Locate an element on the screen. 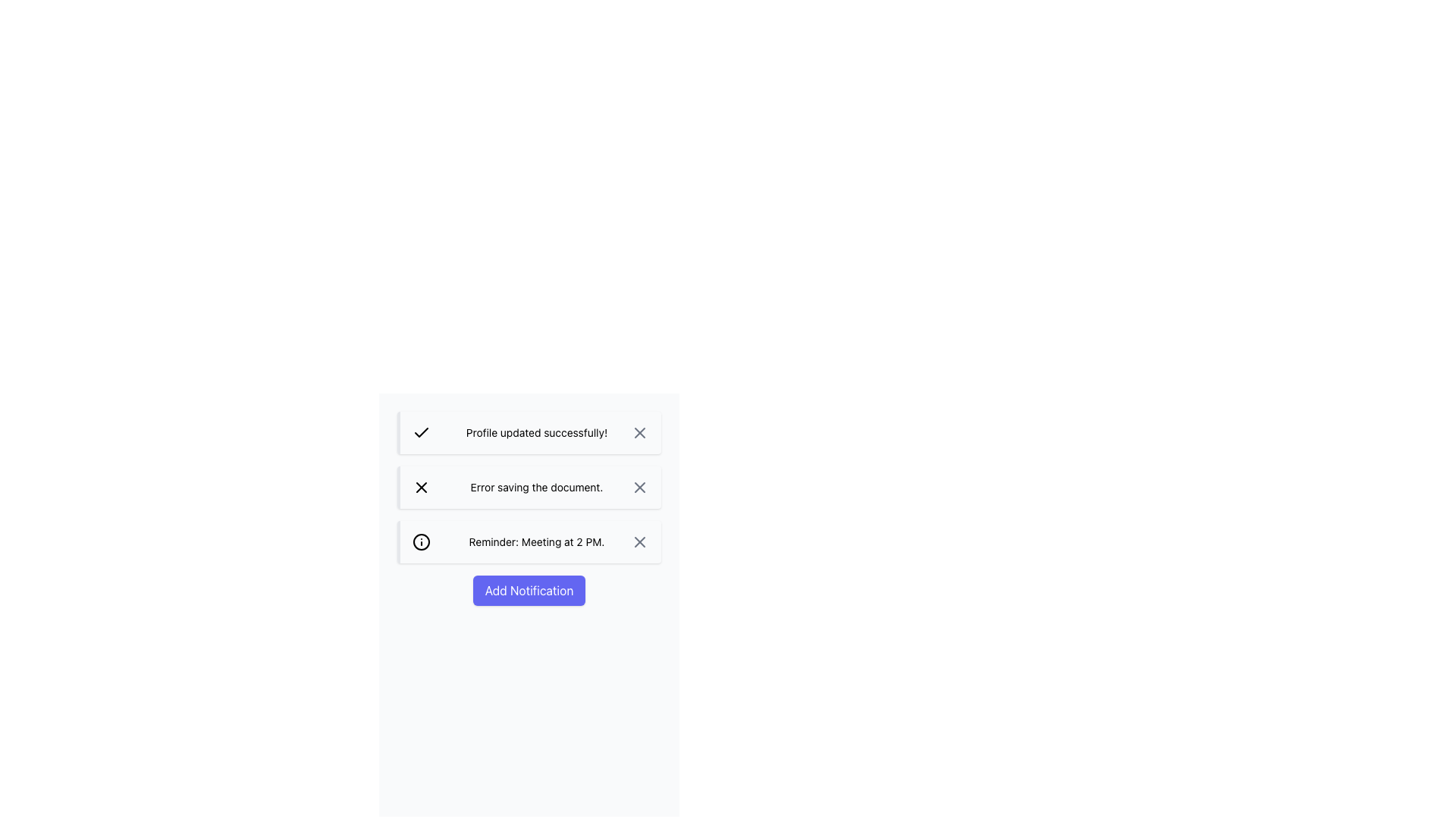 The image size is (1456, 819). the Notification block that reminds the user about a meeting at 2 PM, which is located between the 'Error saving the document.' notification and the 'Add Notification' button is located at coordinates (529, 541).